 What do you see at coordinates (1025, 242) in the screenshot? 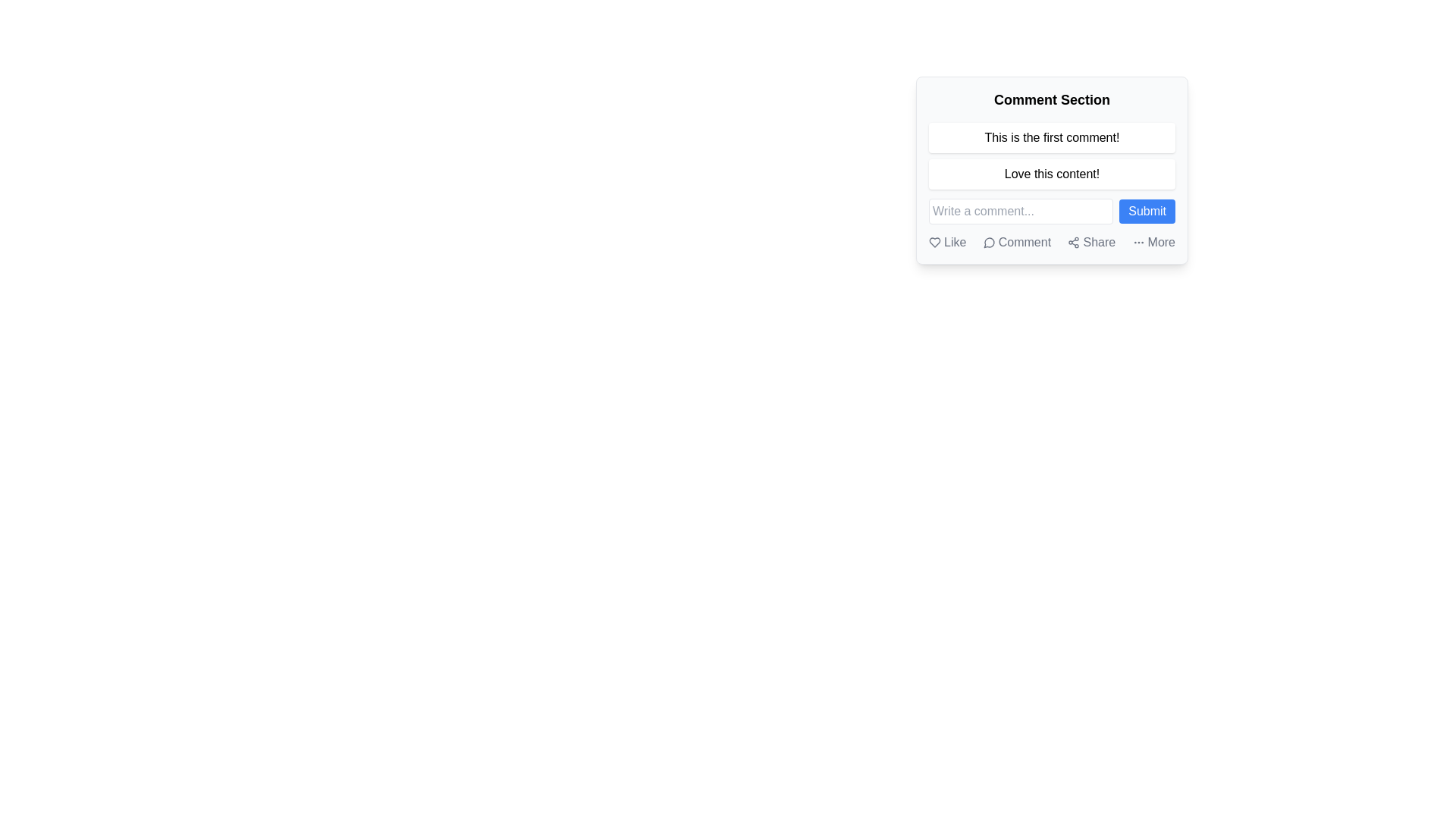
I see `the 'Comment' text label, which indicates the purpose of the associated comment icon in the bottom row of the interactive section` at bounding box center [1025, 242].